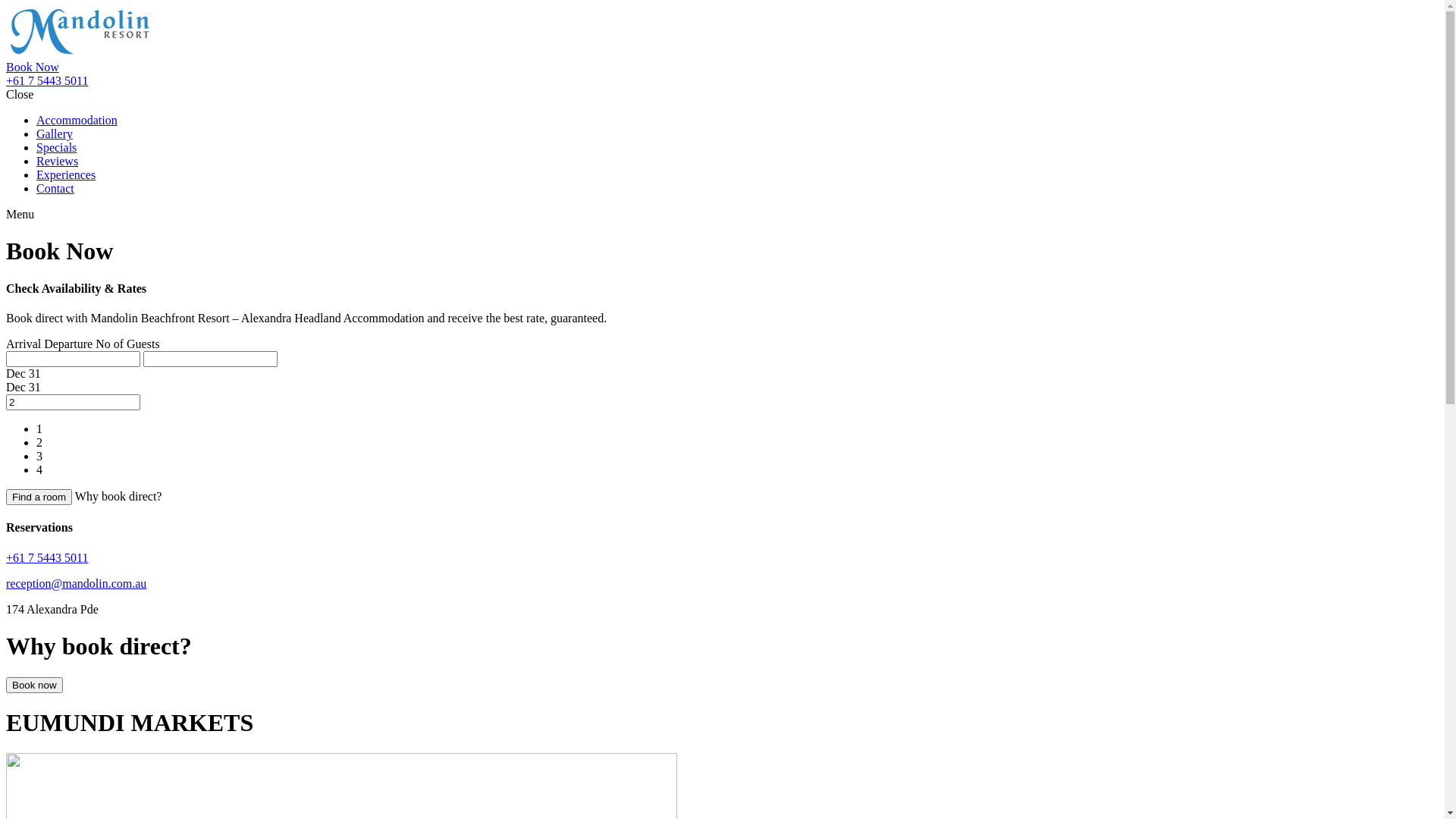 This screenshot has height=819, width=1456. Describe the element at coordinates (23, 386) in the screenshot. I see `'Dec 31'` at that location.